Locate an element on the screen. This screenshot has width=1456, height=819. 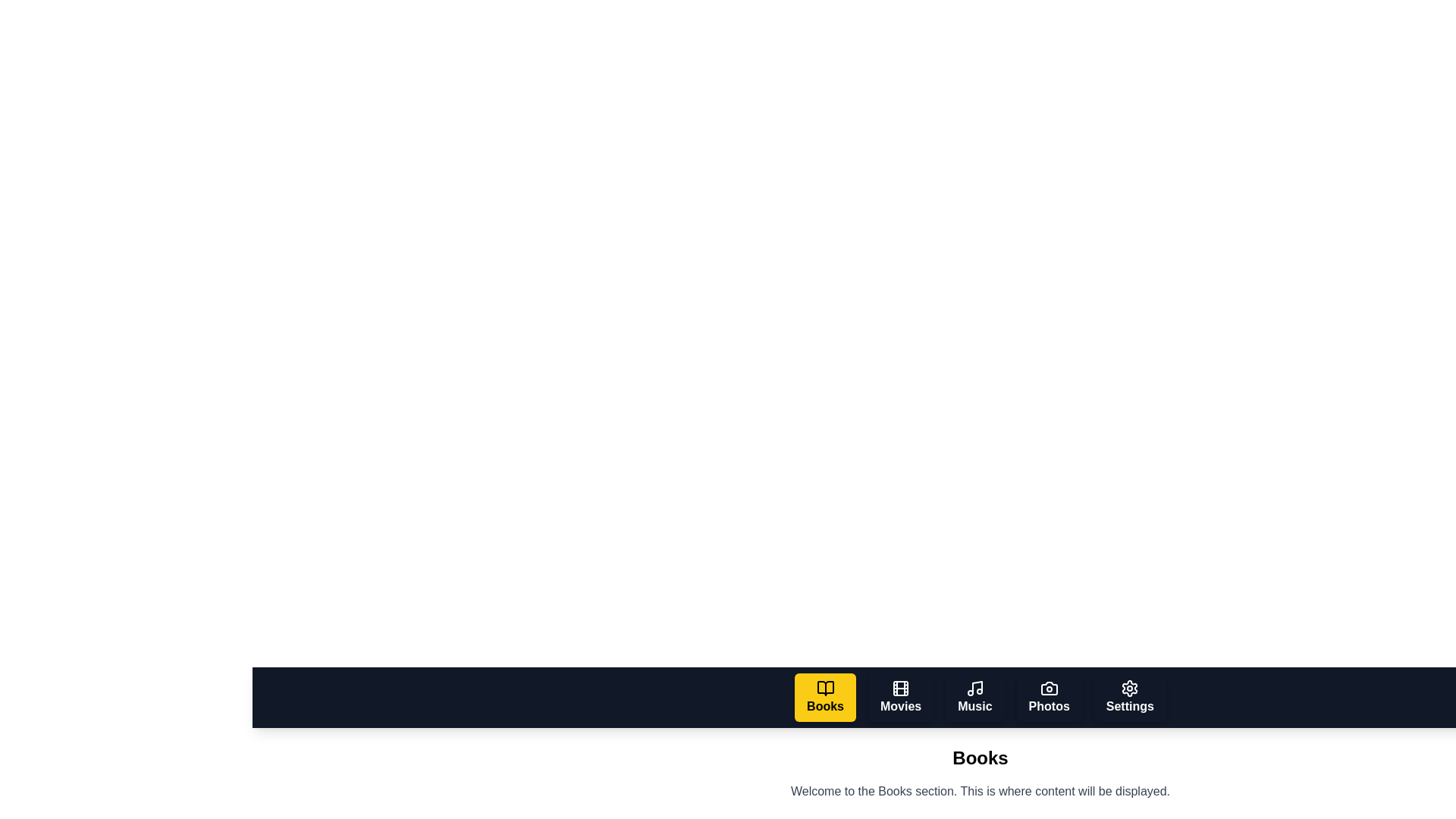
the Movies tab by clicking on its button is located at coordinates (901, 698).